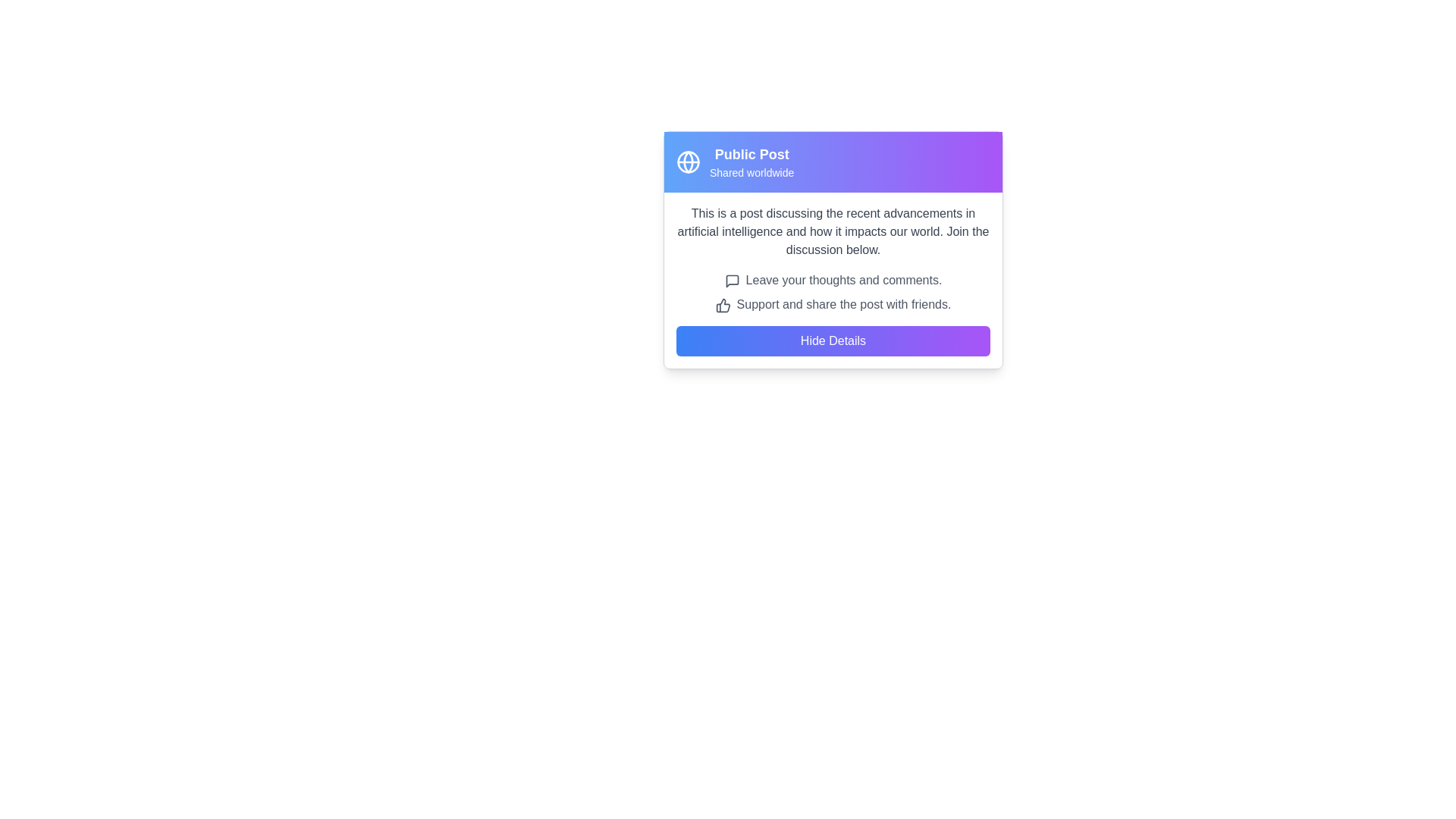  I want to click on the thumbs-up icon that represents endorsement or approval, located to the left of the text 'Support and share the post with friends.', so click(722, 305).